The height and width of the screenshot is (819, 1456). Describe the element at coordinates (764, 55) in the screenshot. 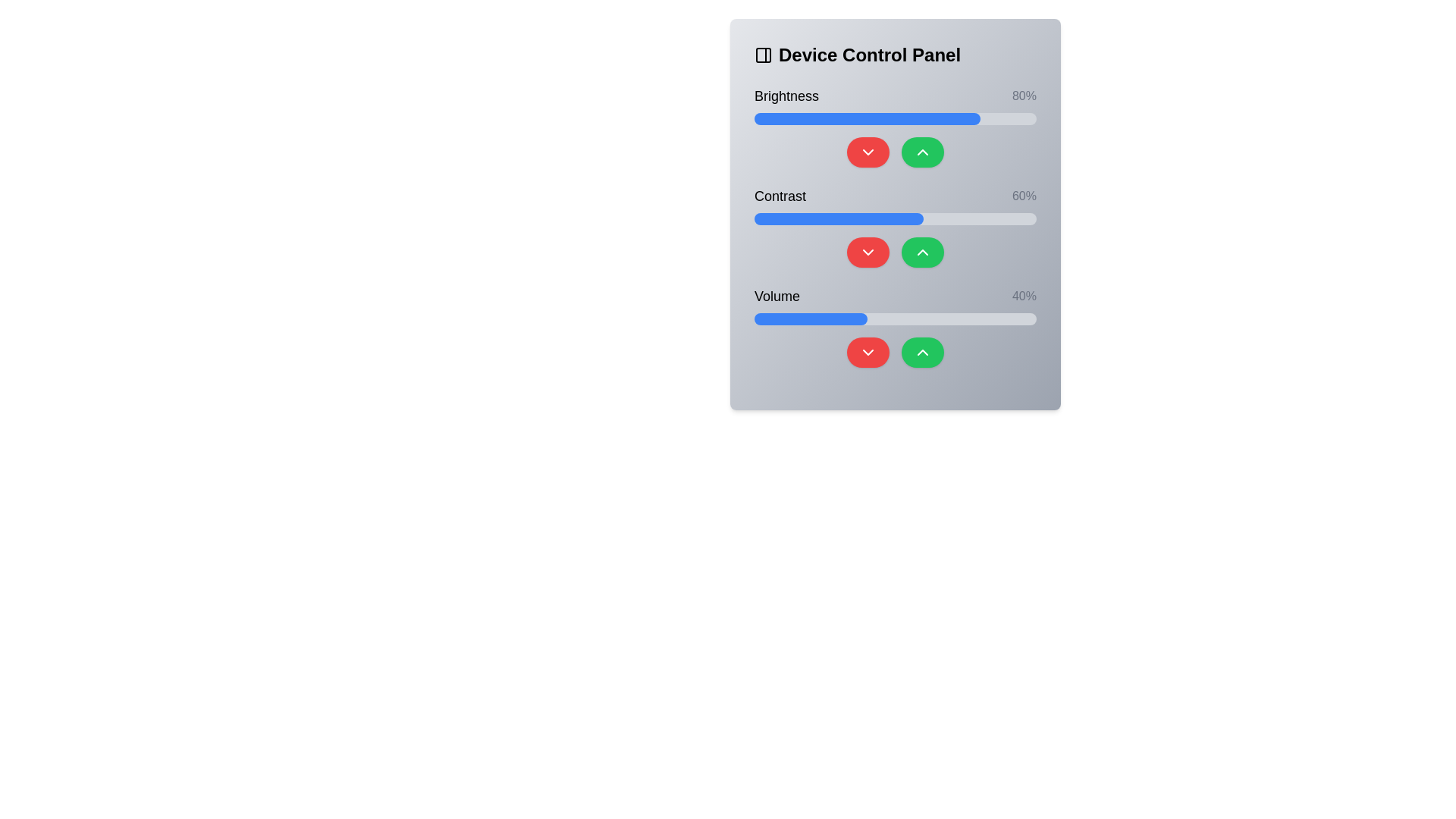

I see `the small rectangular SVG decorative icon component located to the left of the 'Device Control Panel' title` at that location.